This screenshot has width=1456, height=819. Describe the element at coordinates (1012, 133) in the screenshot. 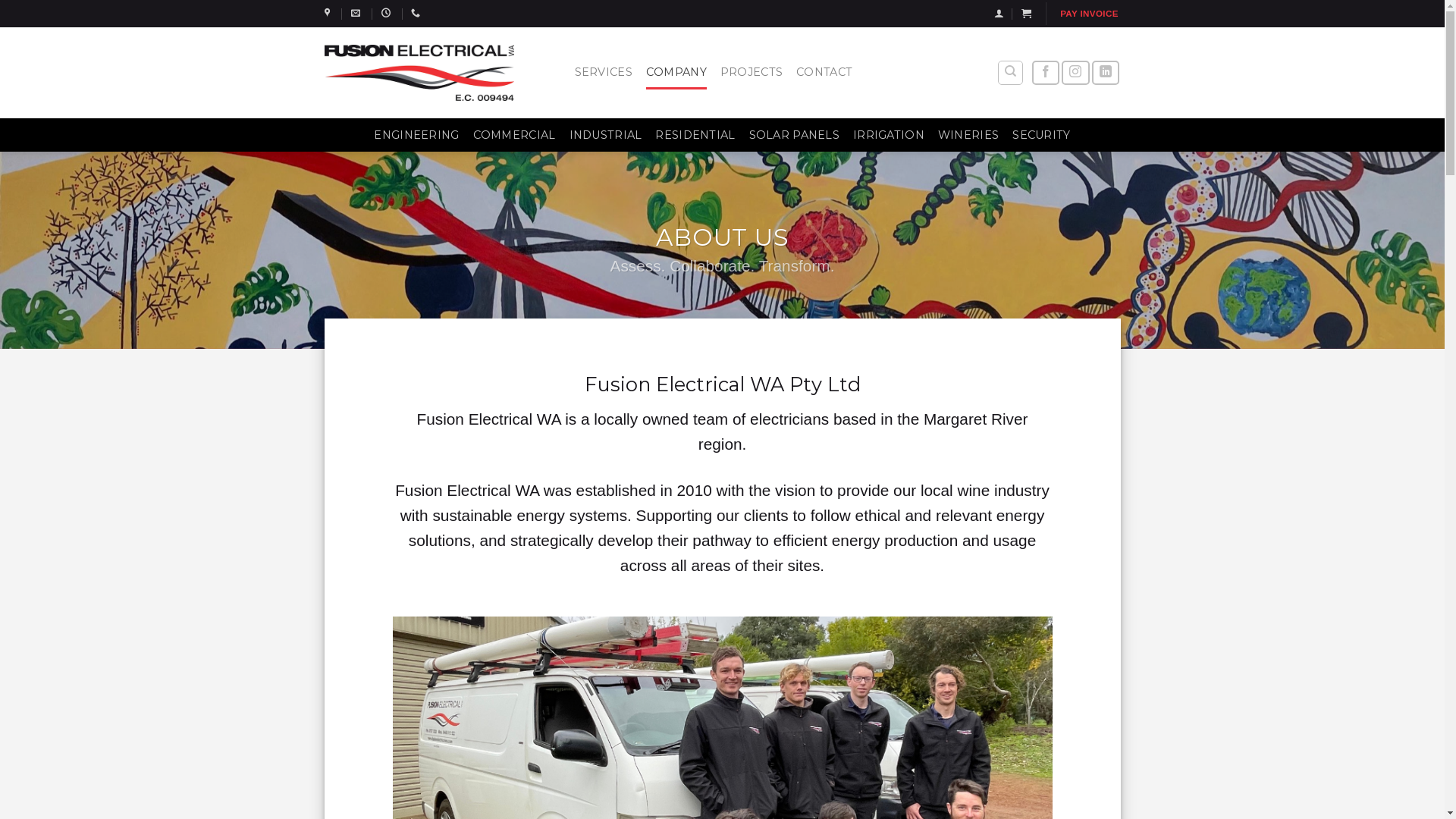

I see `'SECURITY'` at that location.